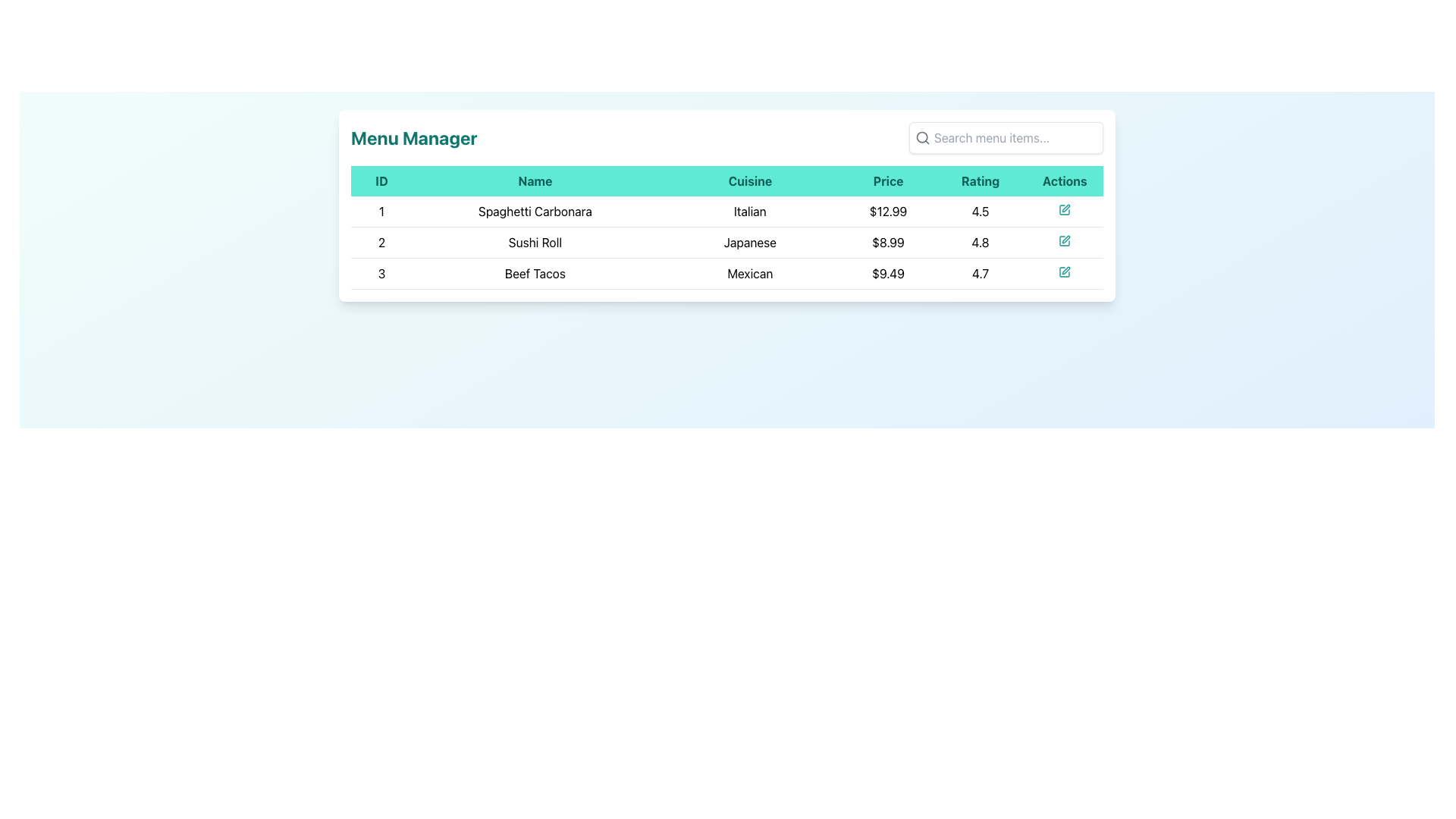 This screenshot has height=819, width=1456. What do you see at coordinates (922, 137) in the screenshot?
I see `the magnifying glass icon located at the leftmost side of the search bar to invoke a search action or focus the input` at bounding box center [922, 137].